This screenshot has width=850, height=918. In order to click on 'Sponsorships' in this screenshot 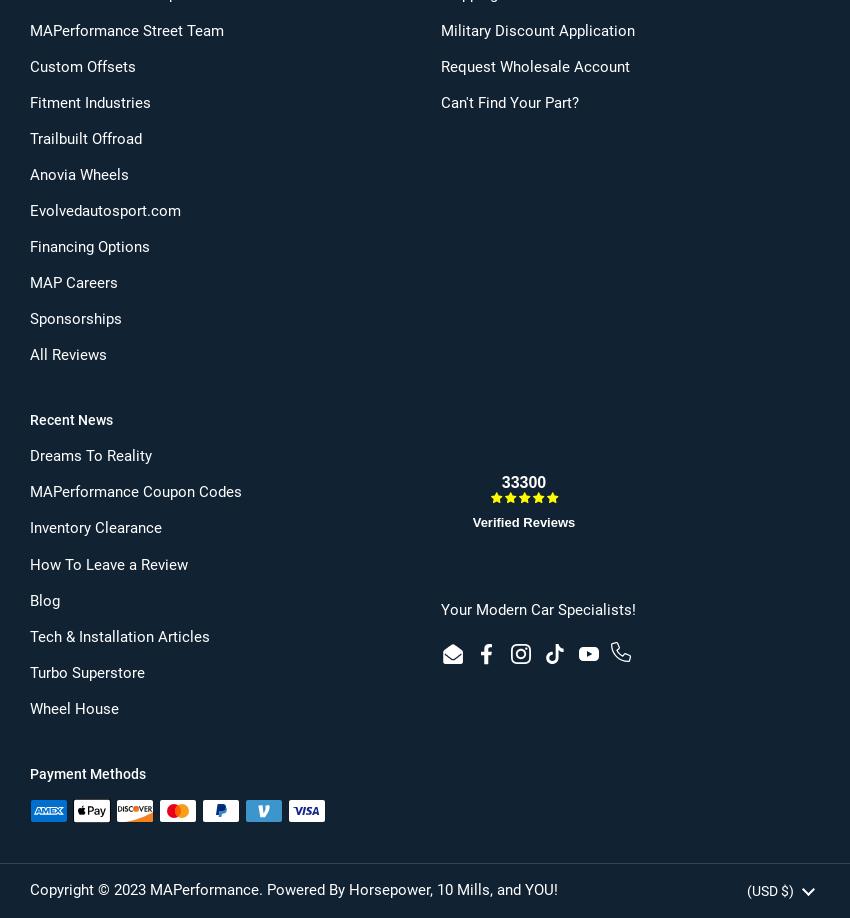, I will do `click(75, 319)`.